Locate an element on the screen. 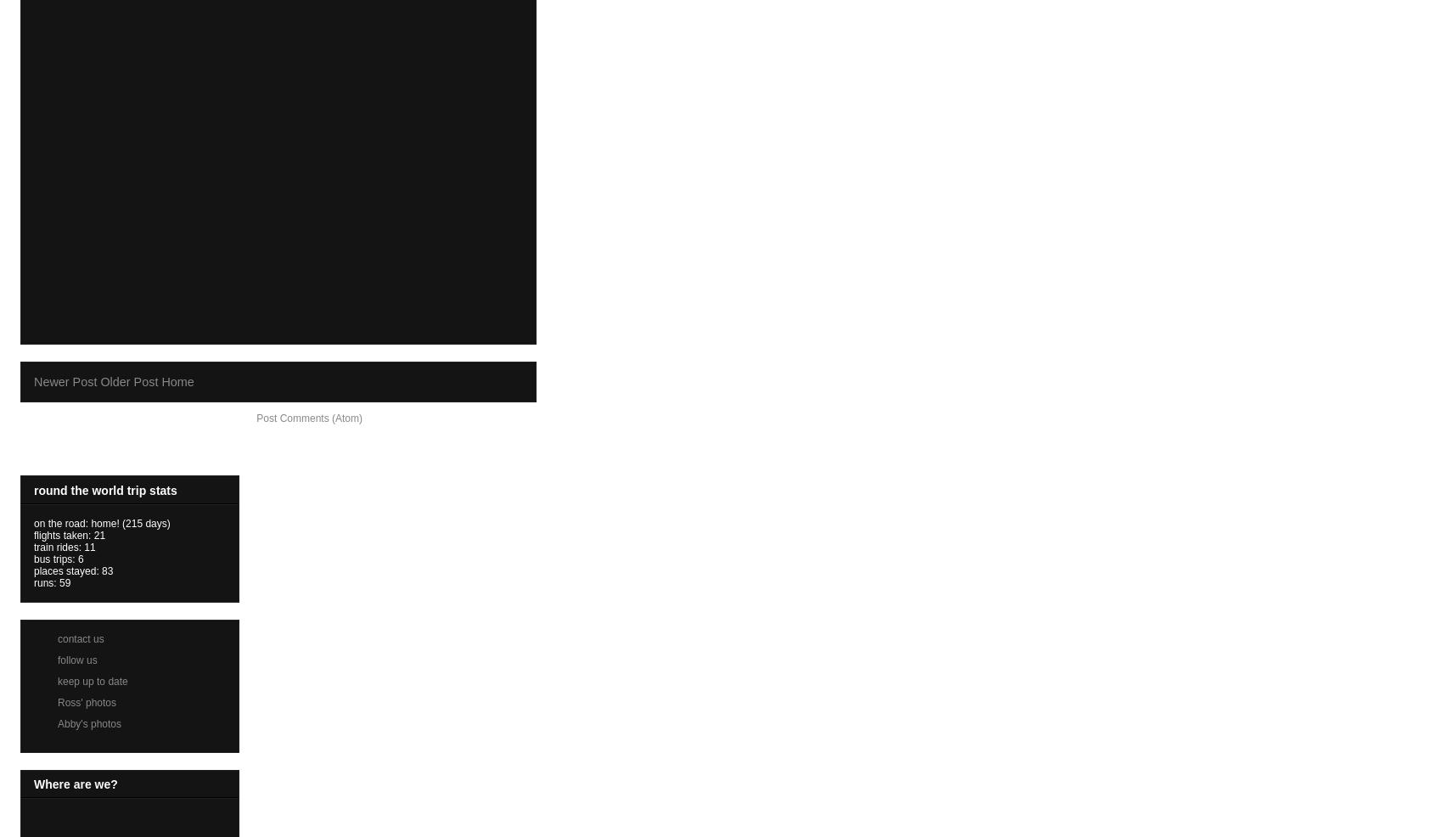  'Abby's photos' is located at coordinates (57, 722).